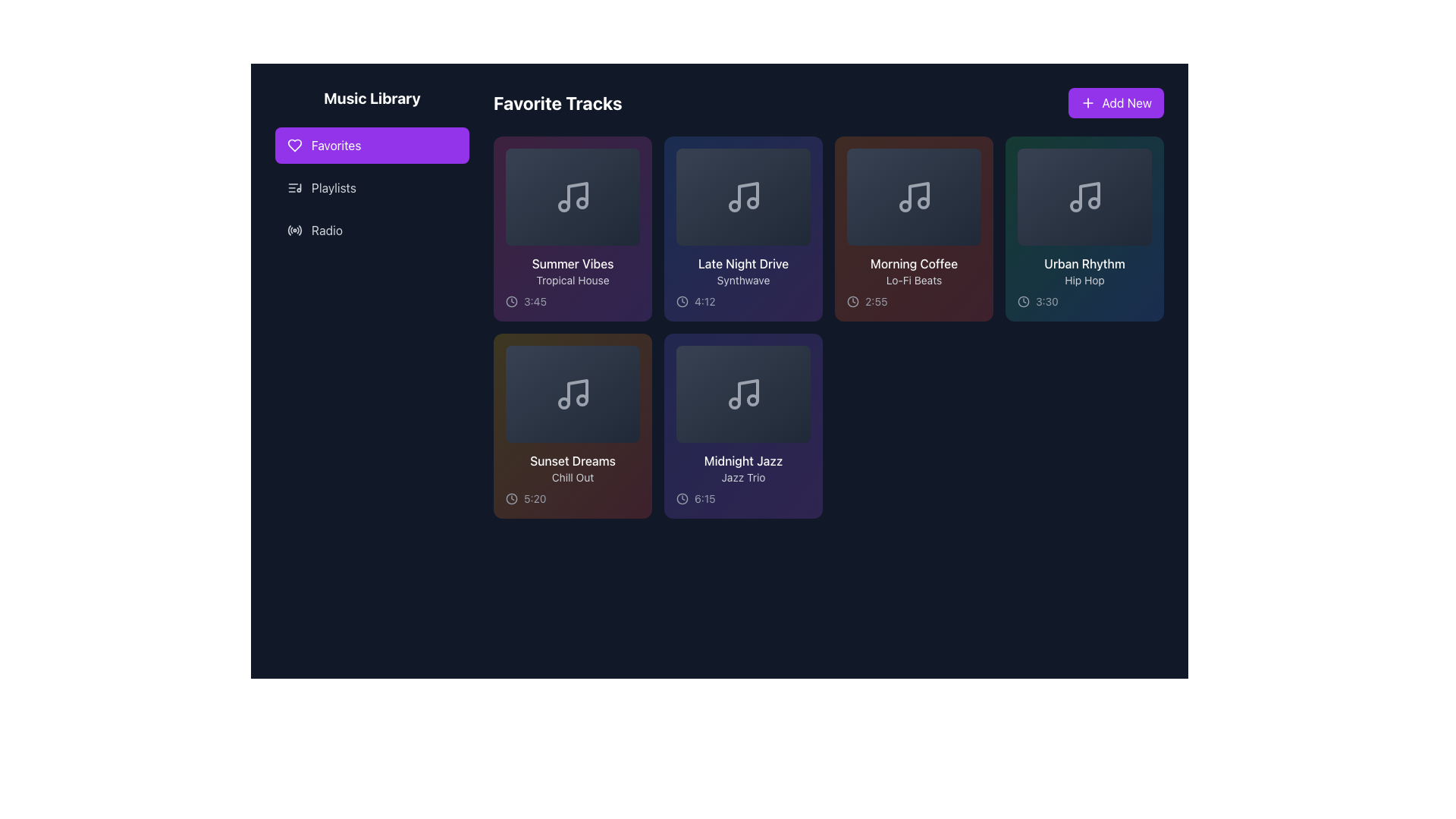  I want to click on the circular SVG element that is part of the minimalistic clock icon design located in the card titled 'Morning Coffee', so click(852, 301).